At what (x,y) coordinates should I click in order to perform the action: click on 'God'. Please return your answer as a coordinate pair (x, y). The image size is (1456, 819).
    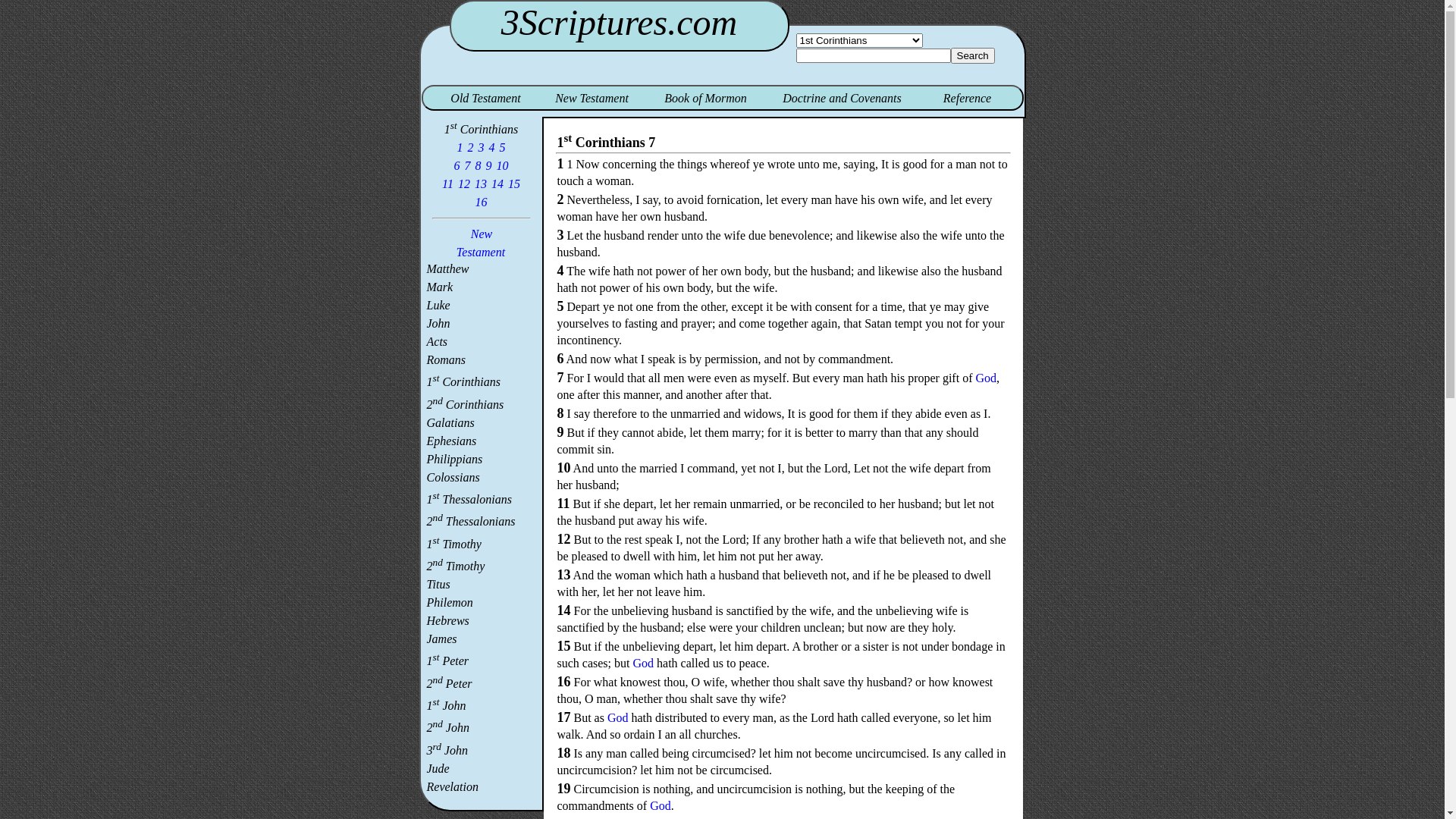
    Looking at the image, I should click on (643, 662).